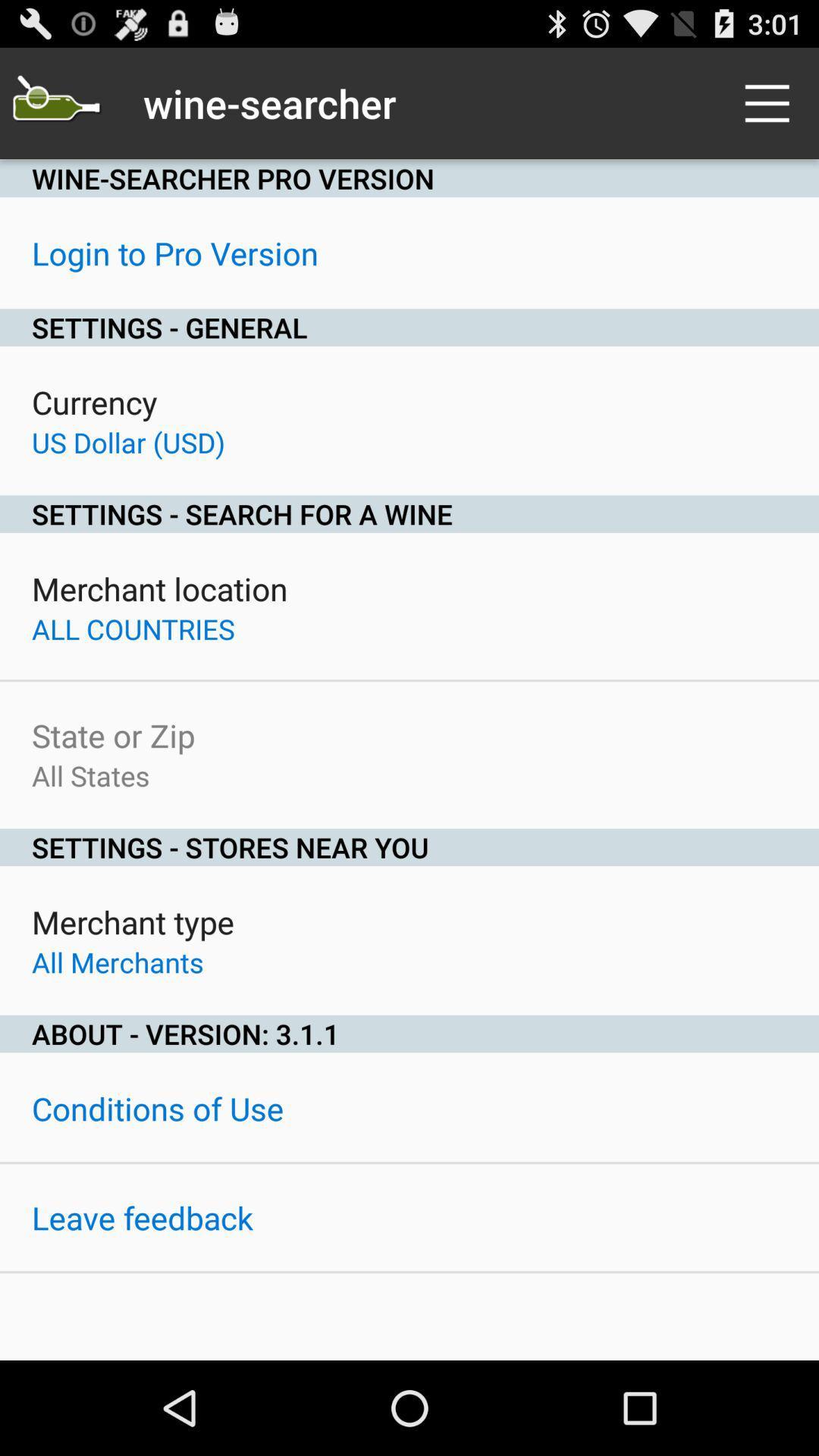 The image size is (819, 1456). I want to click on home, so click(55, 102).